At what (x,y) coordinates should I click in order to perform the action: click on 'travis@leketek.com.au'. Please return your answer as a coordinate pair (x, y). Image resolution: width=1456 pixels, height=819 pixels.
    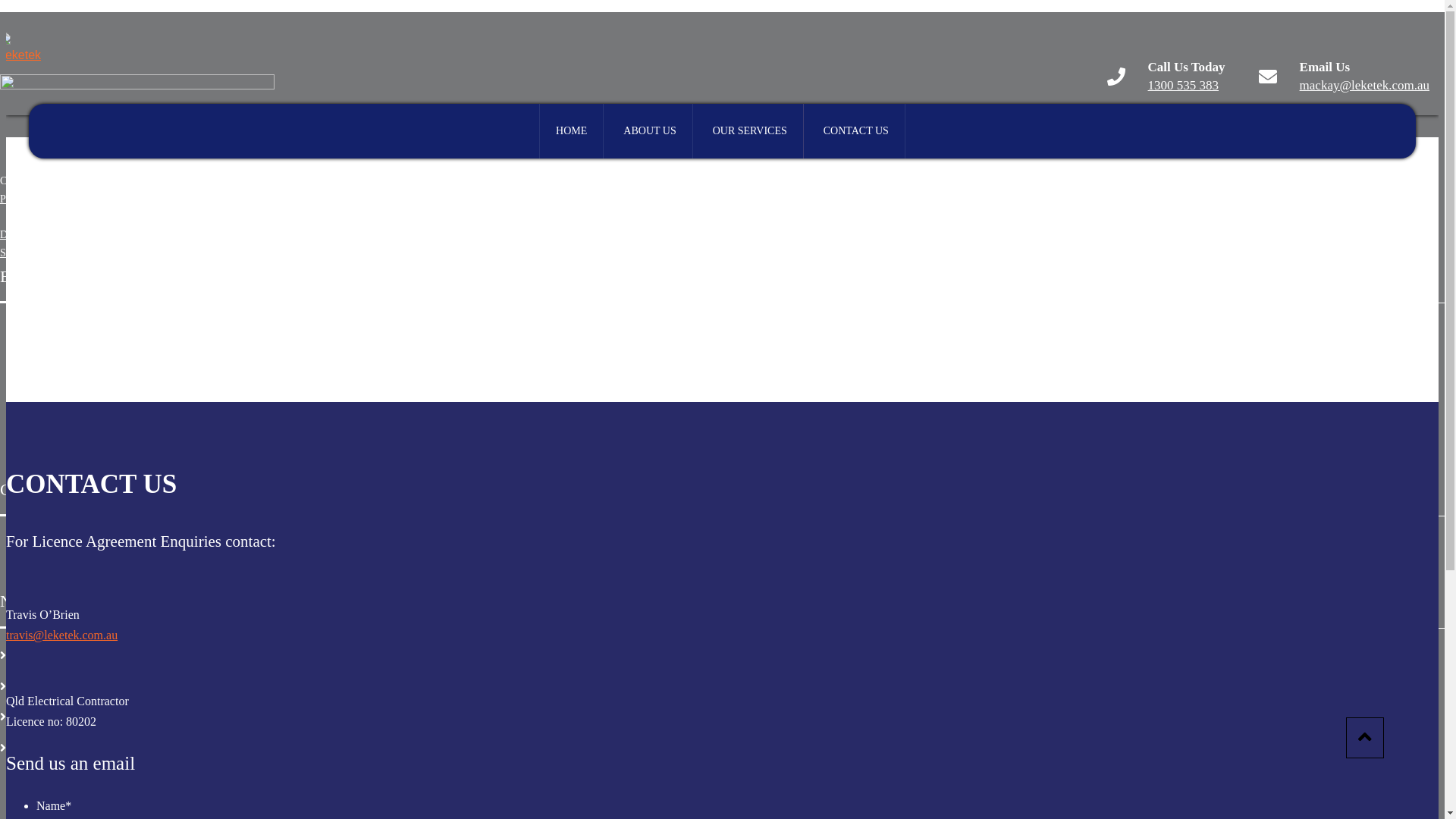
    Looking at the image, I should click on (61, 635).